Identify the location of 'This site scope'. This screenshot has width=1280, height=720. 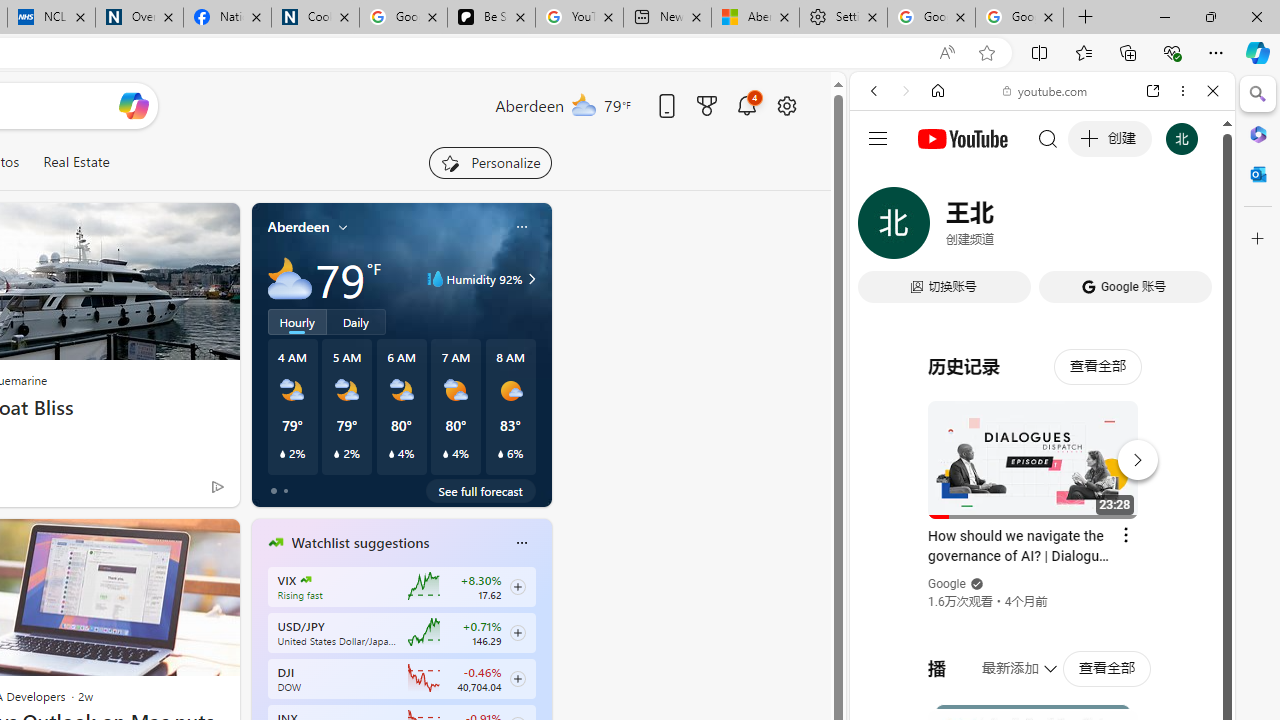
(935, 180).